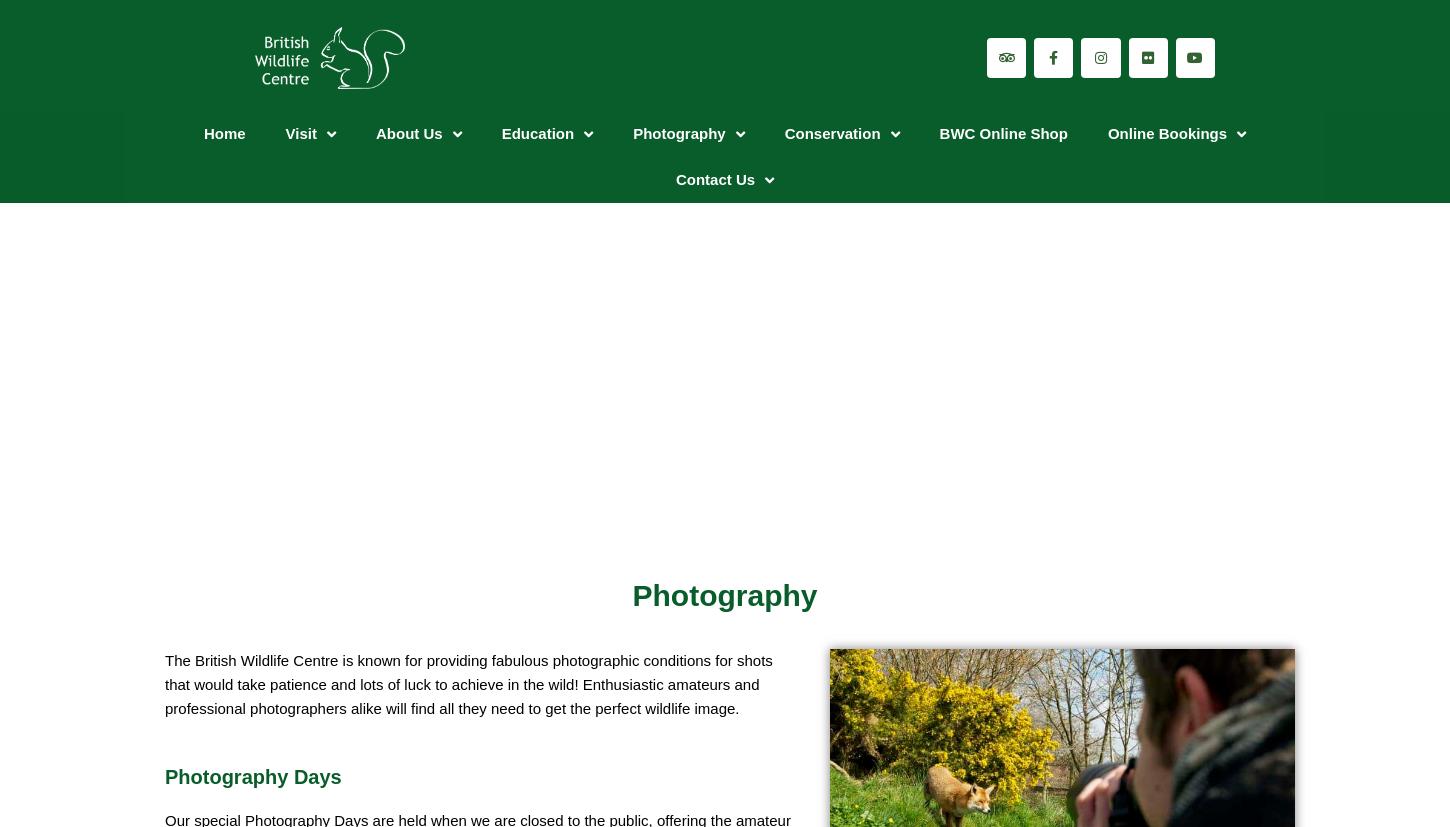  Describe the element at coordinates (408, 133) in the screenshot. I see `'About Us'` at that location.